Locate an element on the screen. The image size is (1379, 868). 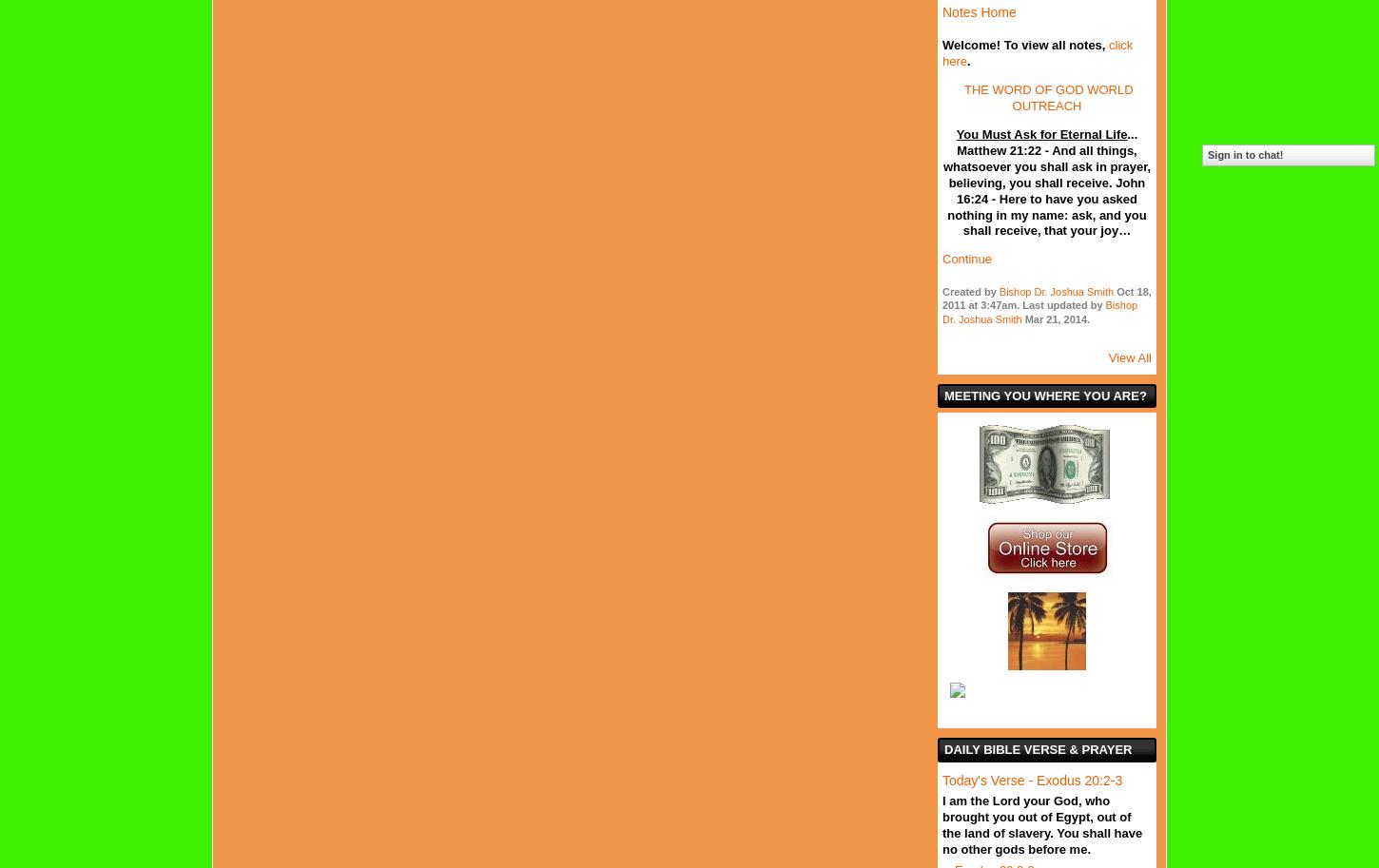
'Created by' is located at coordinates (970, 291).